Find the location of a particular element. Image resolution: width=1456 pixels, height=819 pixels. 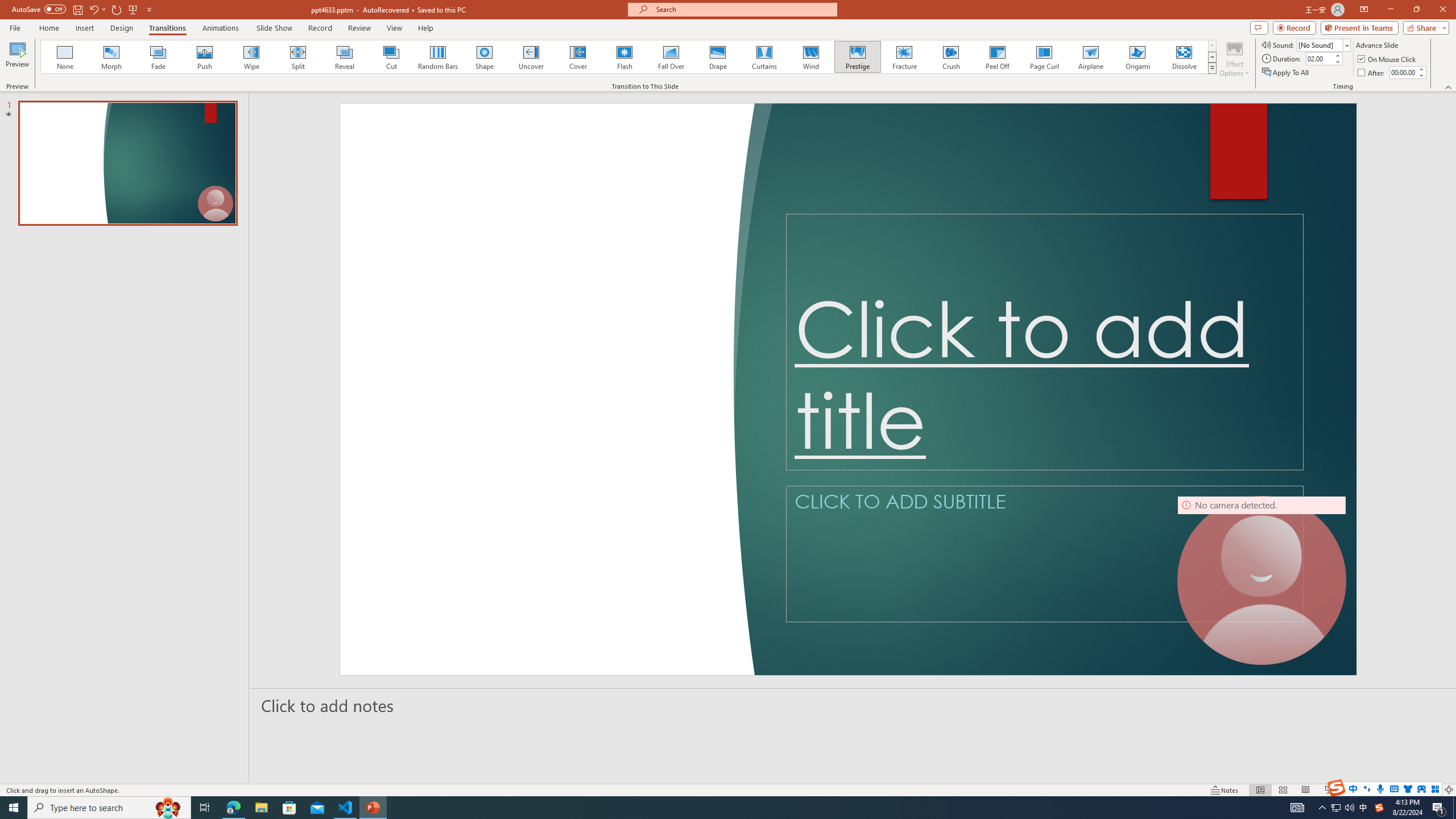

'Shape' is located at coordinates (484, 56).